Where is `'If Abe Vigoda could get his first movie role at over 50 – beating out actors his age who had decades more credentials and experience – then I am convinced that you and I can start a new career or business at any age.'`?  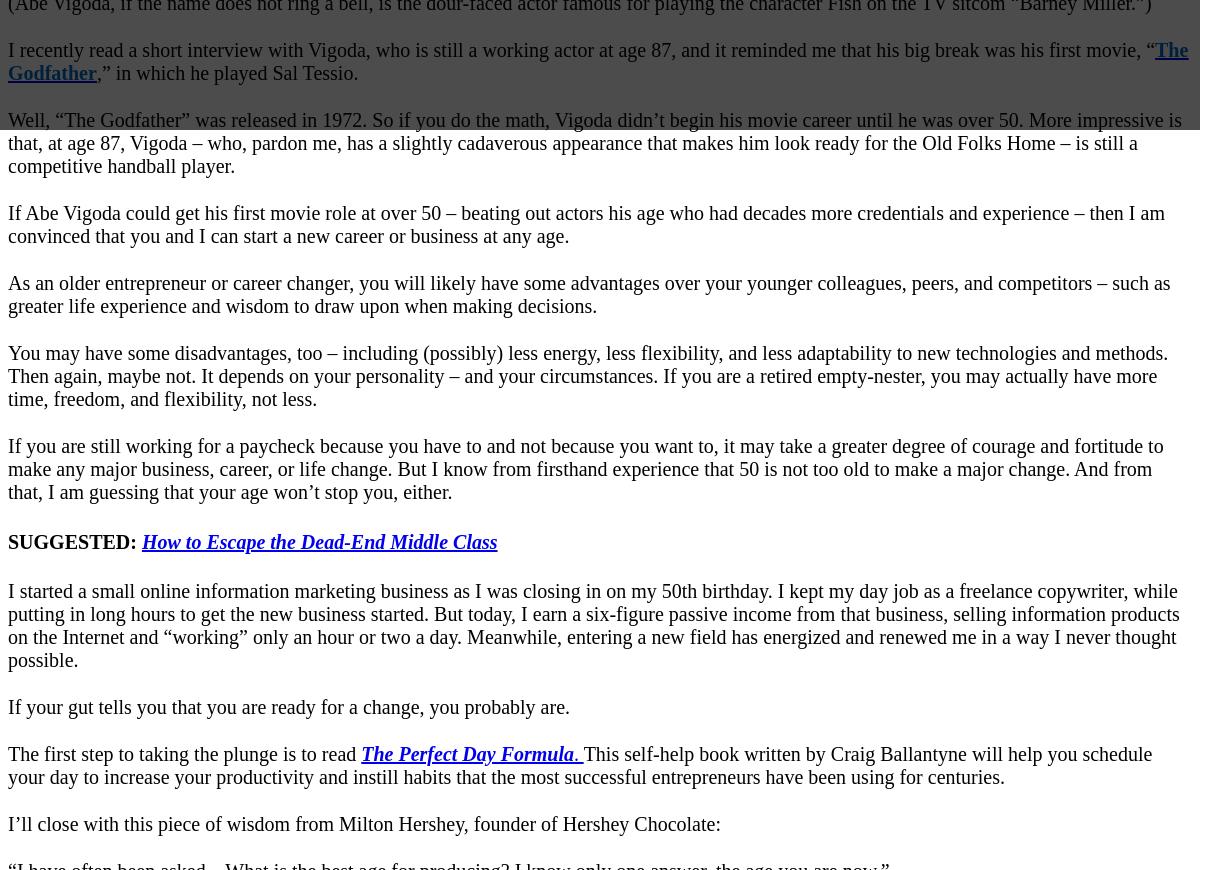
'If Abe Vigoda could get his first movie role at over 50 – beating out actors his age who had decades more credentials and experience – then I am convinced that you and I can start a new career or business at any age.' is located at coordinates (585, 224).